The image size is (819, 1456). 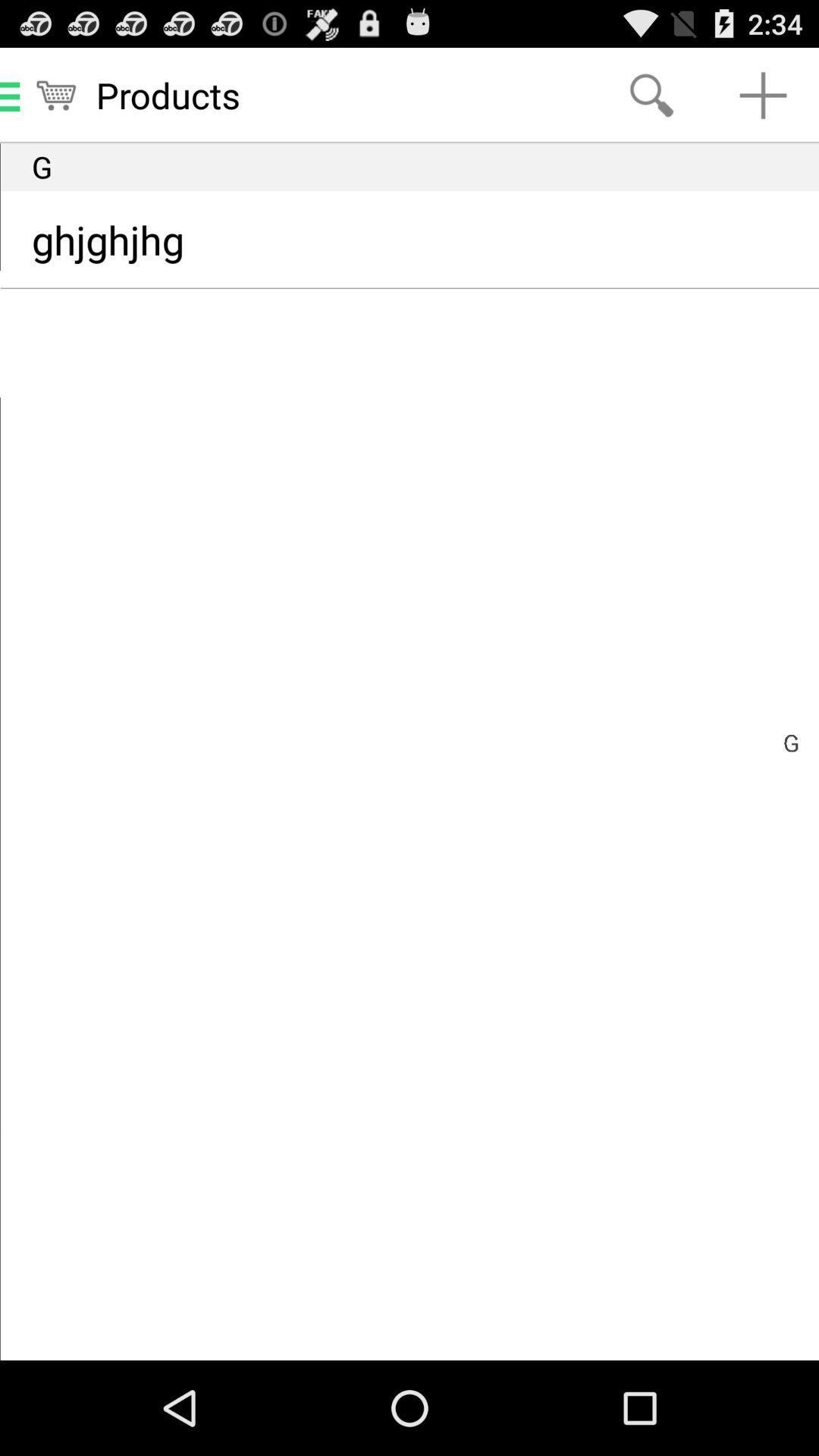 I want to click on app next to products, so click(x=651, y=94).